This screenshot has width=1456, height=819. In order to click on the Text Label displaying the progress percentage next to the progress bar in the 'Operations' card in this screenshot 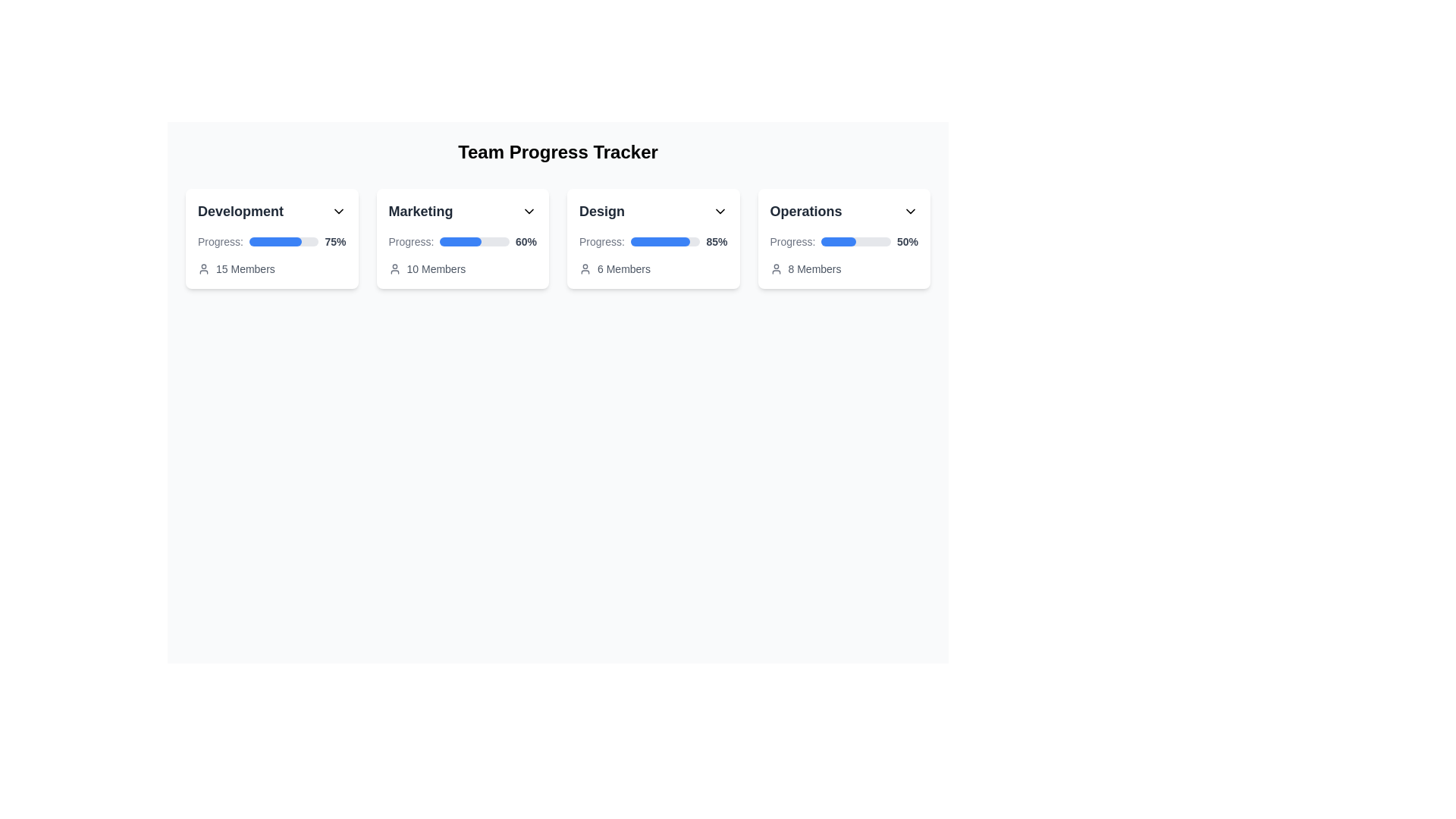, I will do `click(907, 241)`.